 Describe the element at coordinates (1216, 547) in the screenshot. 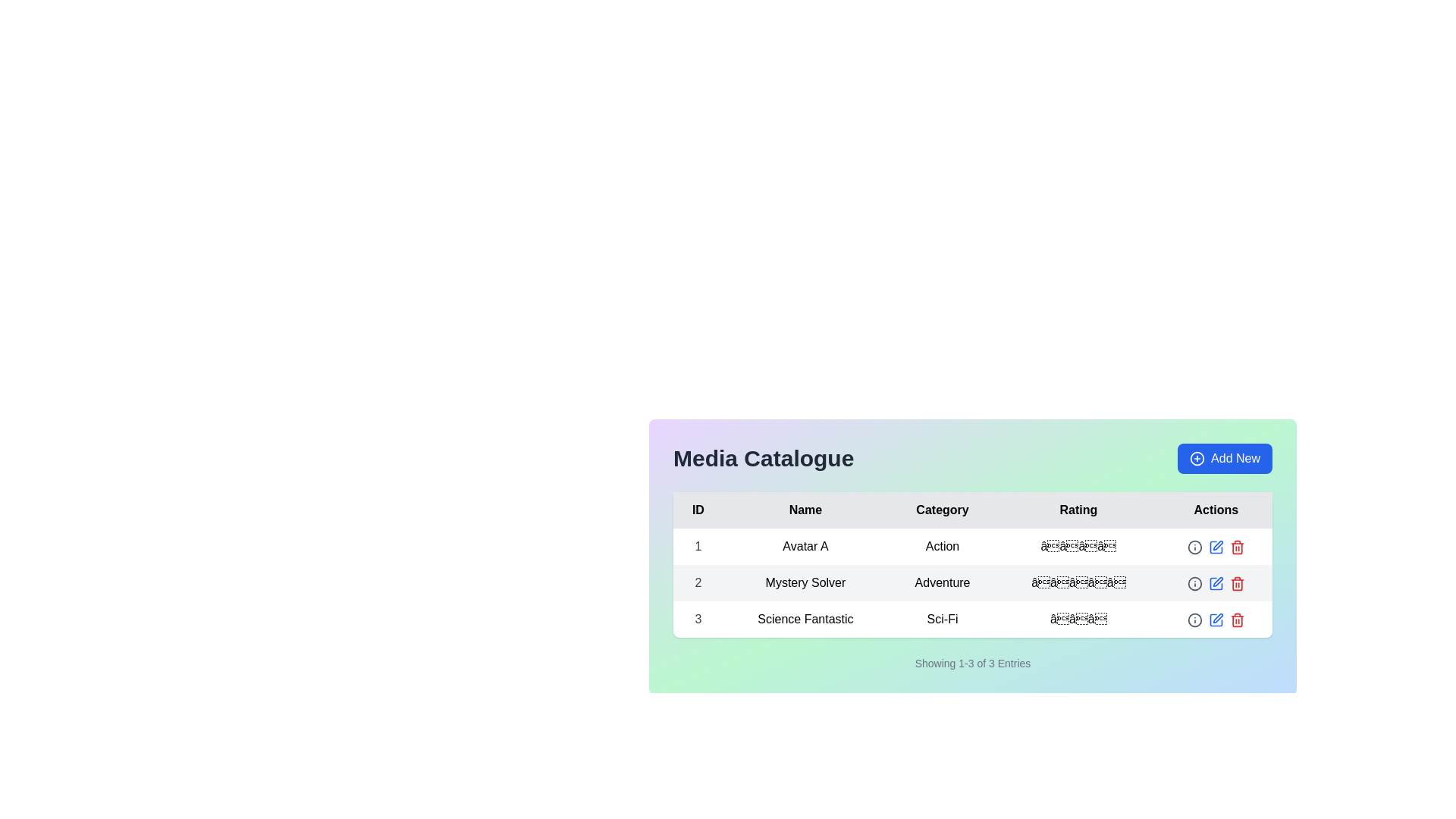

I see `the blue pencil icon in the 'Actions' column of the first row in the table` at that location.